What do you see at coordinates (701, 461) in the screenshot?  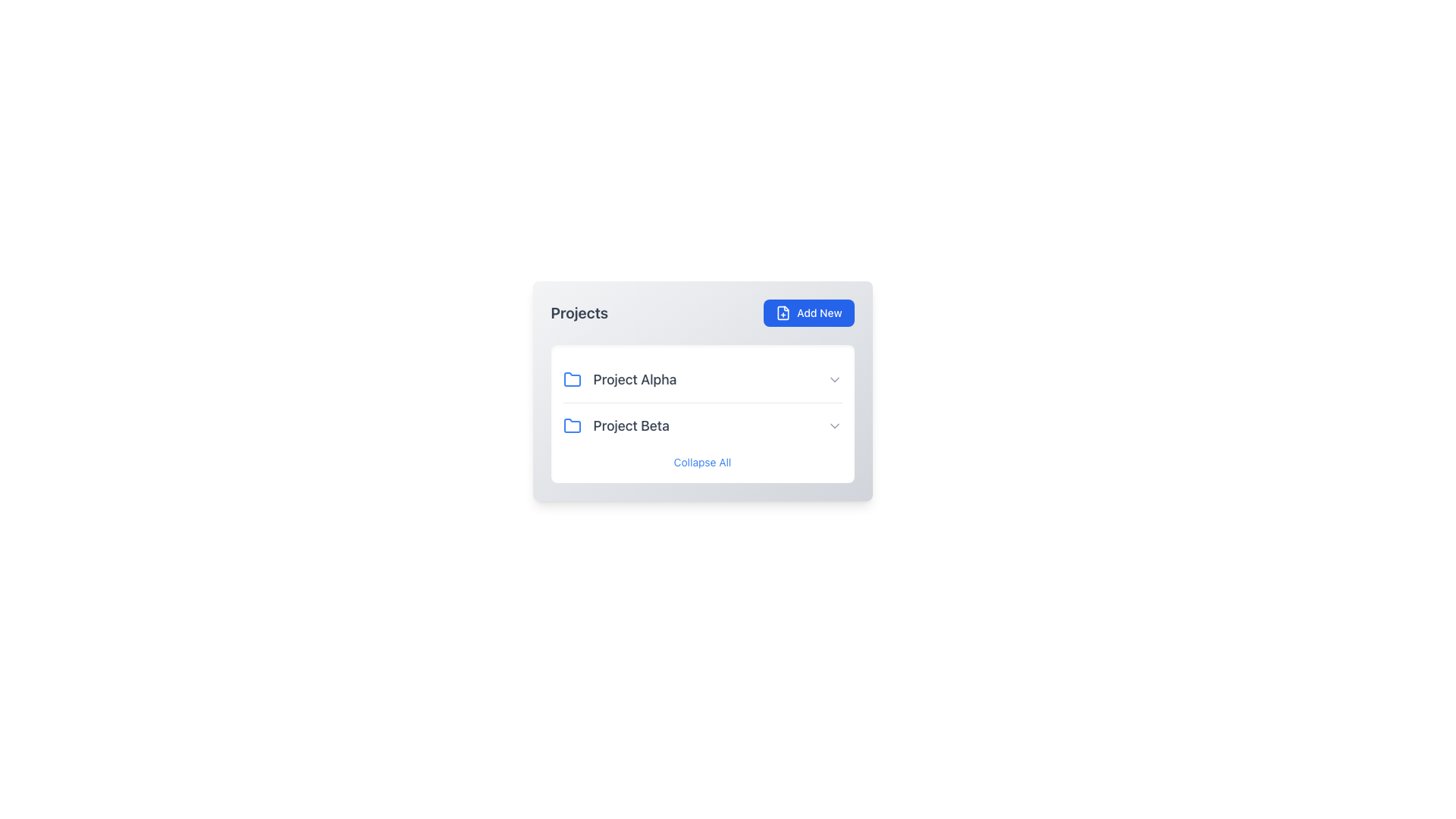 I see `the Interactive Link Text at the bottom of the 'Projects' section` at bounding box center [701, 461].